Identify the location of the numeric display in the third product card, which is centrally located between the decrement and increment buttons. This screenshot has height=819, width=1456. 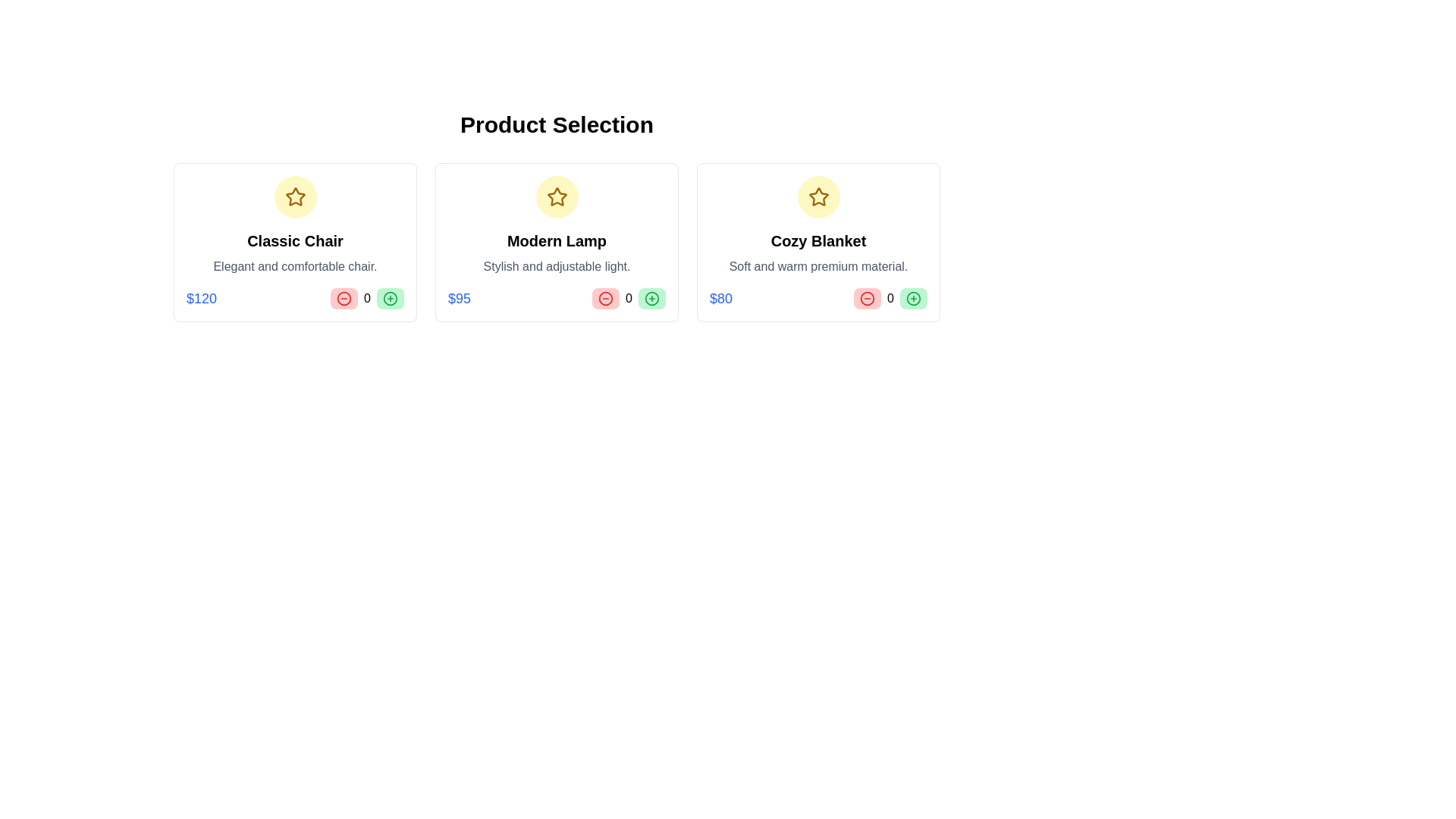
(890, 298).